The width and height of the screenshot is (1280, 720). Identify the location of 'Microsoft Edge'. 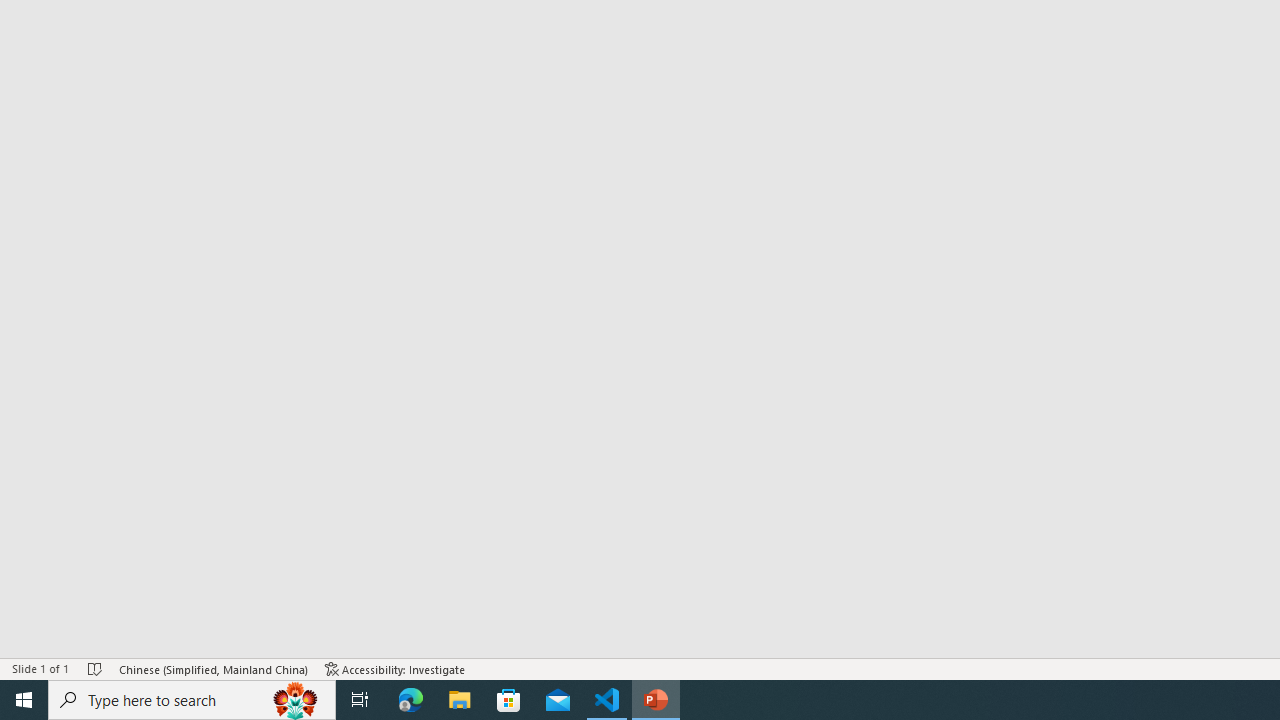
(410, 698).